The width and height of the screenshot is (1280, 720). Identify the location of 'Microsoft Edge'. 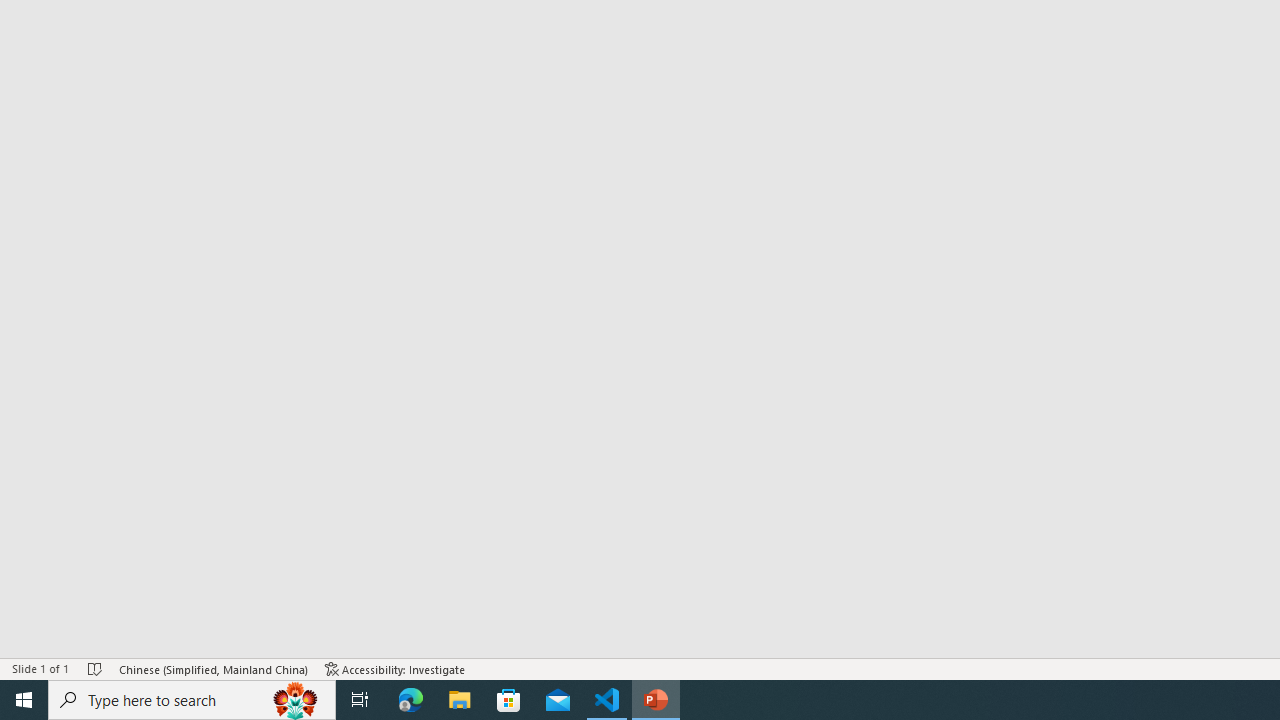
(410, 698).